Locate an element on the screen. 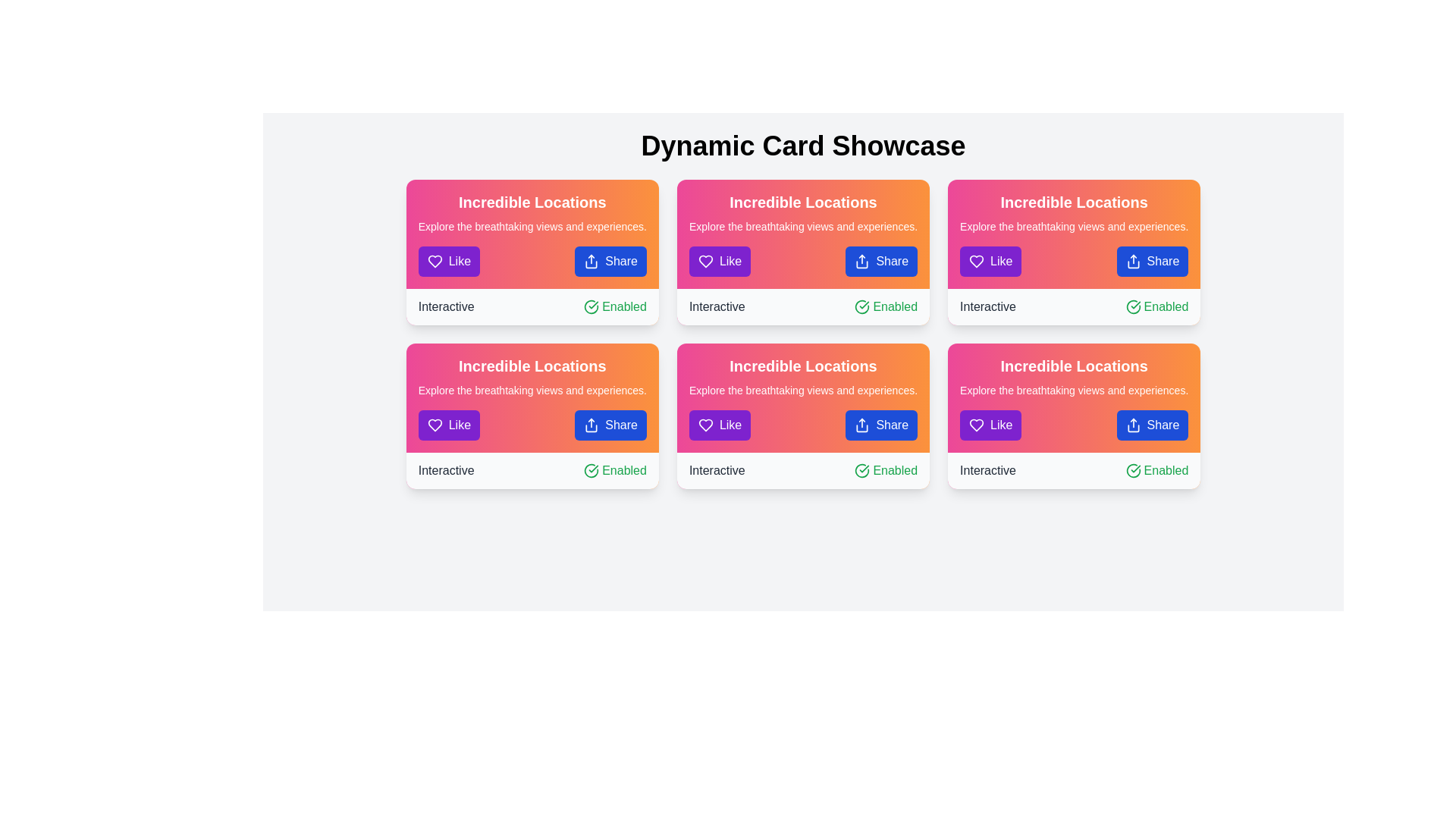  the 'Share' button located to the right of the 'Like' button at the bottom of the card layout is located at coordinates (881, 425).